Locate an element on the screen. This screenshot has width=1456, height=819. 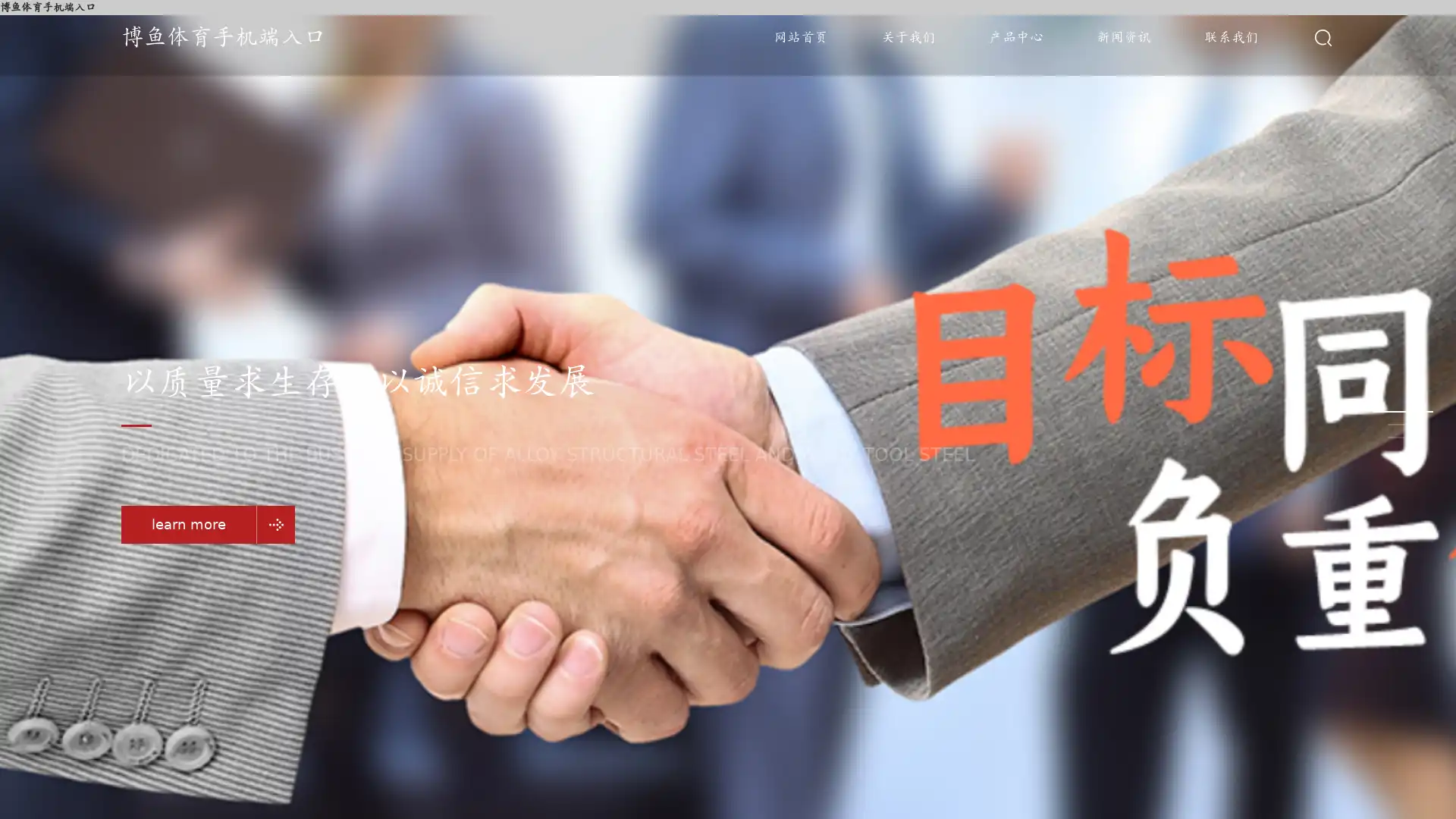
Go to slide 3 is located at coordinates (1401, 438).